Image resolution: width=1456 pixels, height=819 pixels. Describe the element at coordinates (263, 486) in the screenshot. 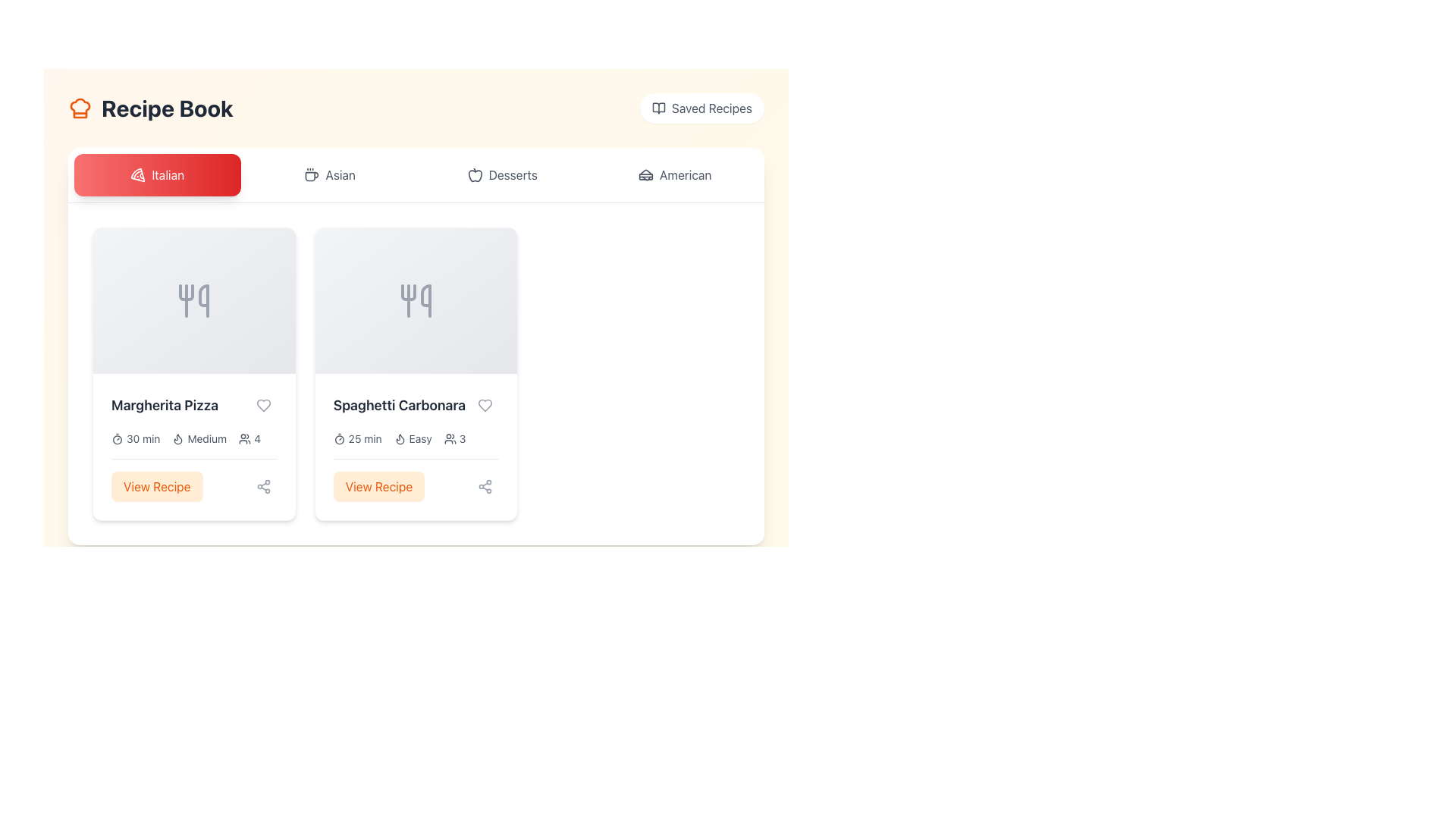

I see `the small circular icon resembling a share symbol located in the bottom right corner of the 'Margherita Pizza' recipe card` at that location.